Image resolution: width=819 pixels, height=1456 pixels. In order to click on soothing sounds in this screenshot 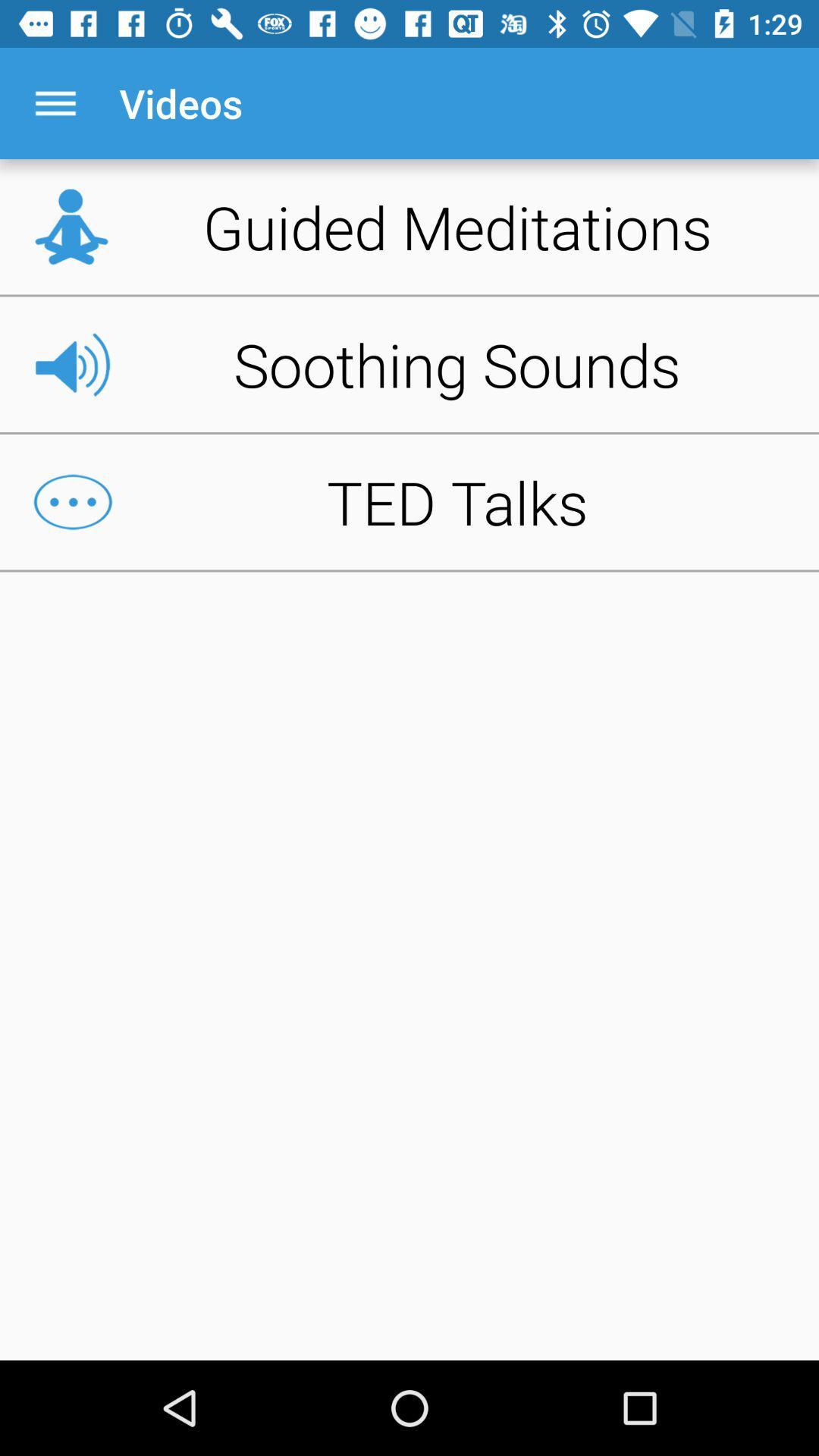, I will do `click(409, 364)`.